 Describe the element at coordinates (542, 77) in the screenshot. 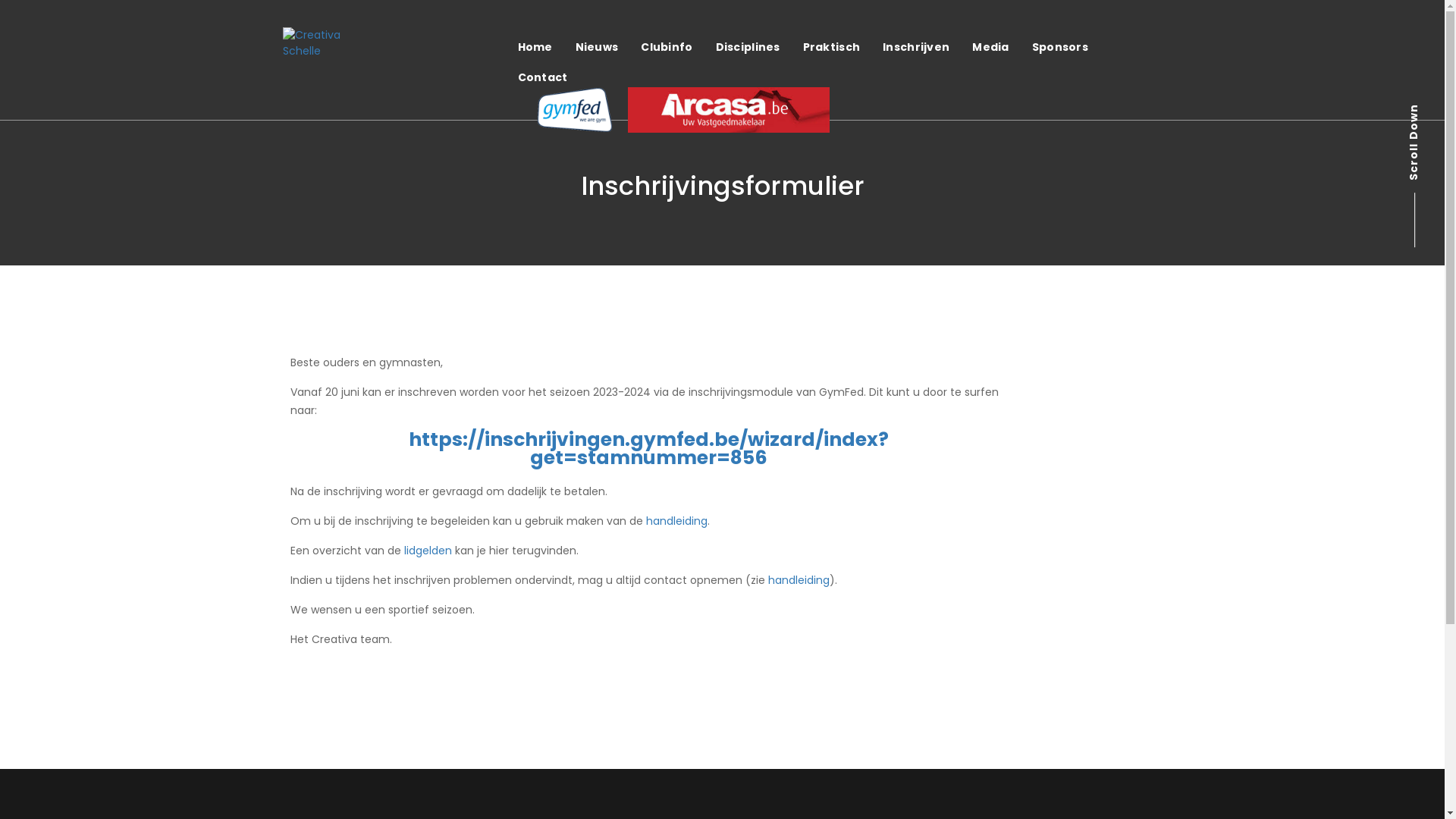

I see `'Contact'` at that location.